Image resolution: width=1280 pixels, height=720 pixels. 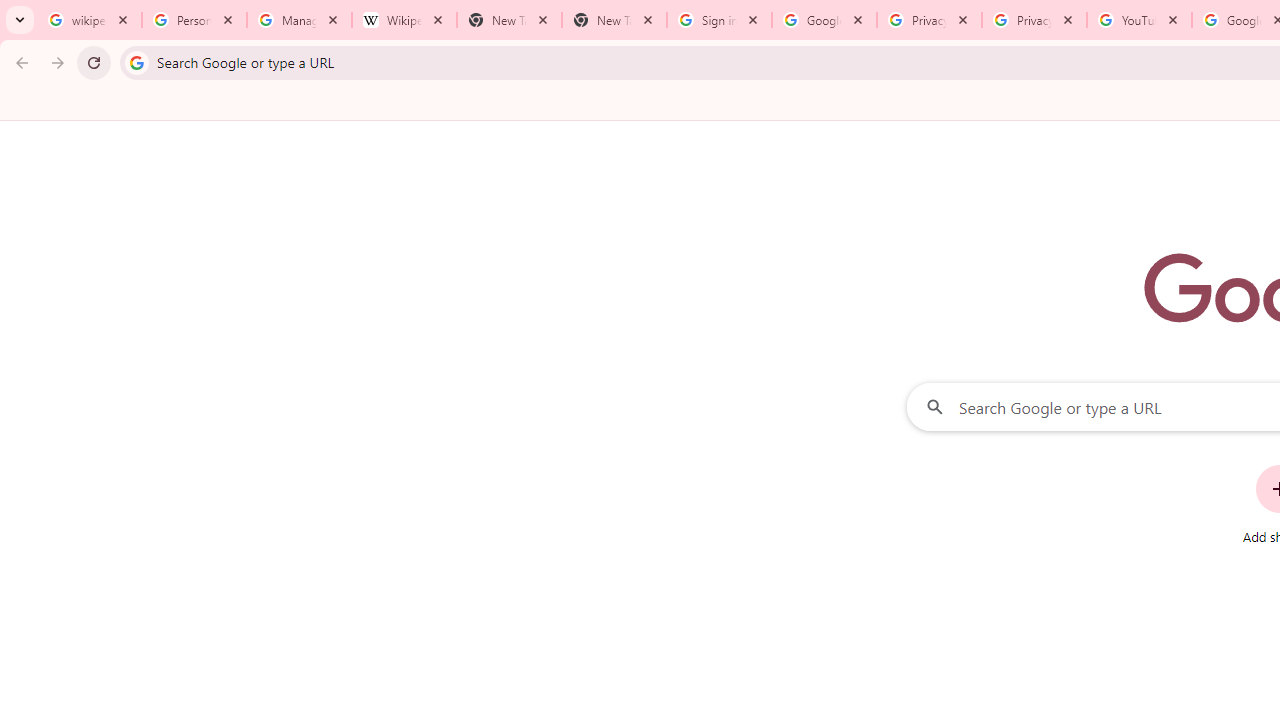 I want to click on 'Manage your Location History - Google Search Help', so click(x=298, y=20).